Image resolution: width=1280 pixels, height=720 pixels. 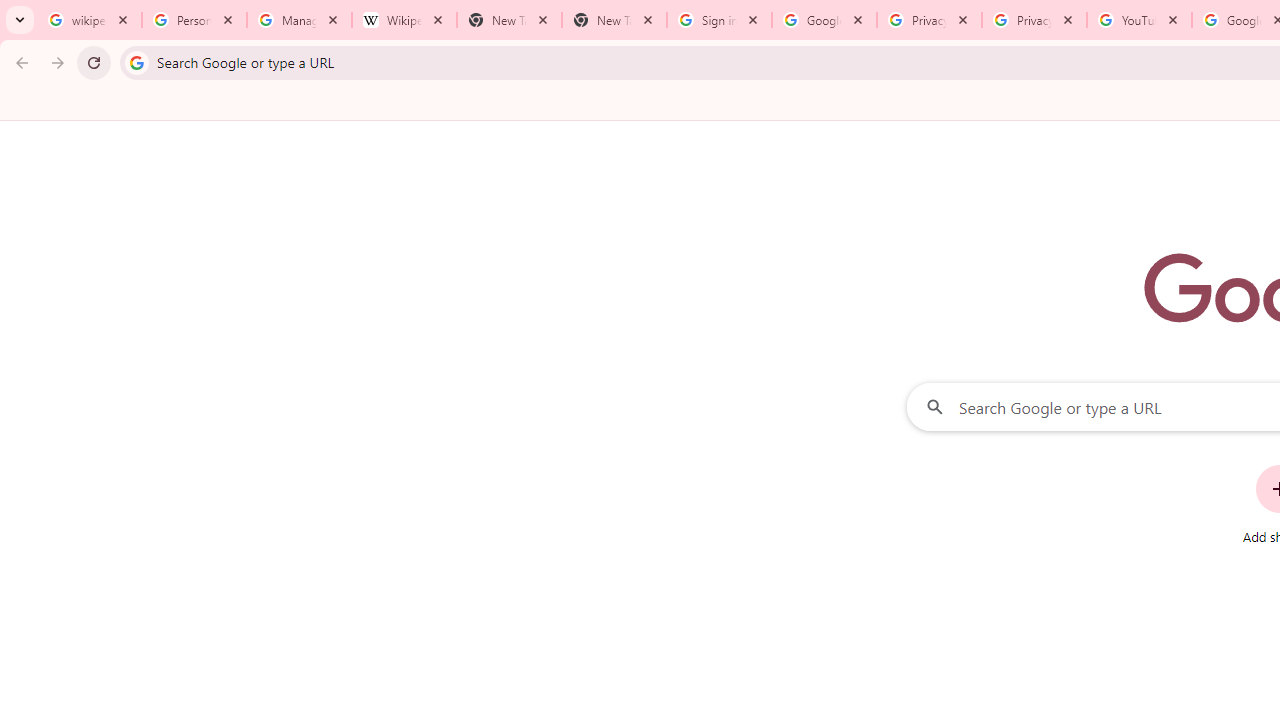 I want to click on 'Manage your Location History - Google Search Help', so click(x=298, y=20).